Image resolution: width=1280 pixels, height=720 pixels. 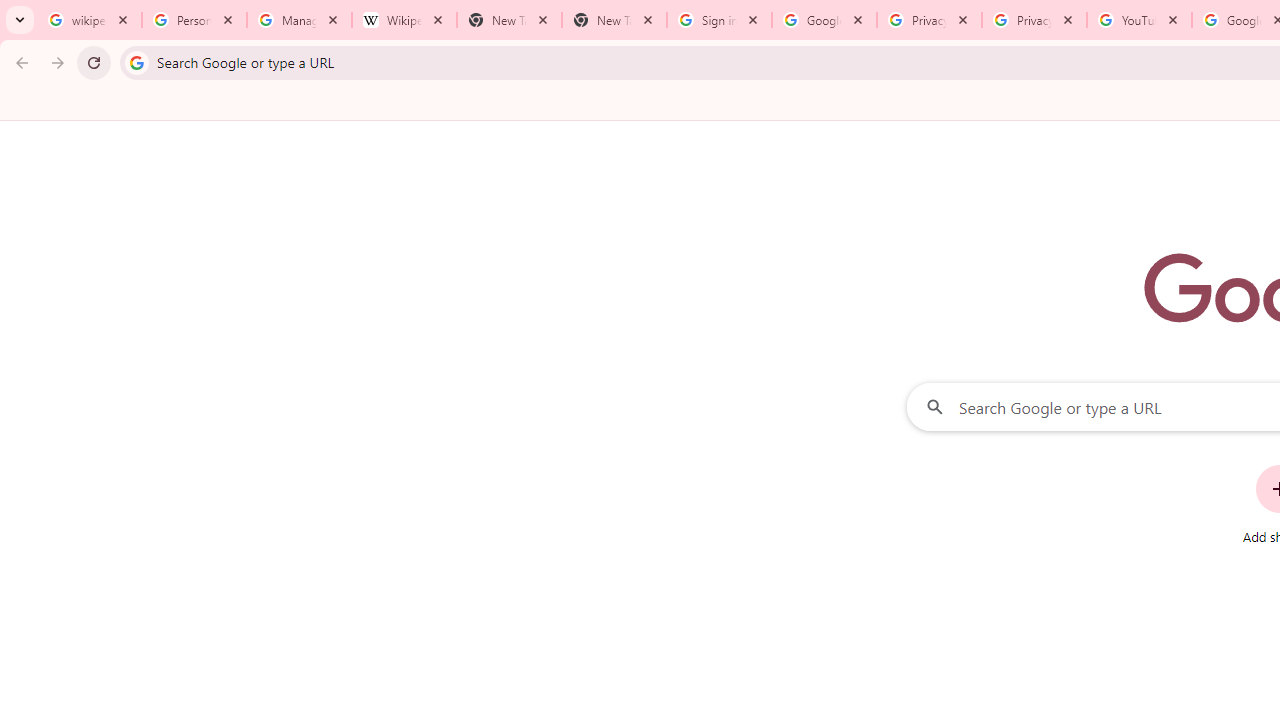 I want to click on 'Manage your Location History - Google Search Help', so click(x=298, y=20).